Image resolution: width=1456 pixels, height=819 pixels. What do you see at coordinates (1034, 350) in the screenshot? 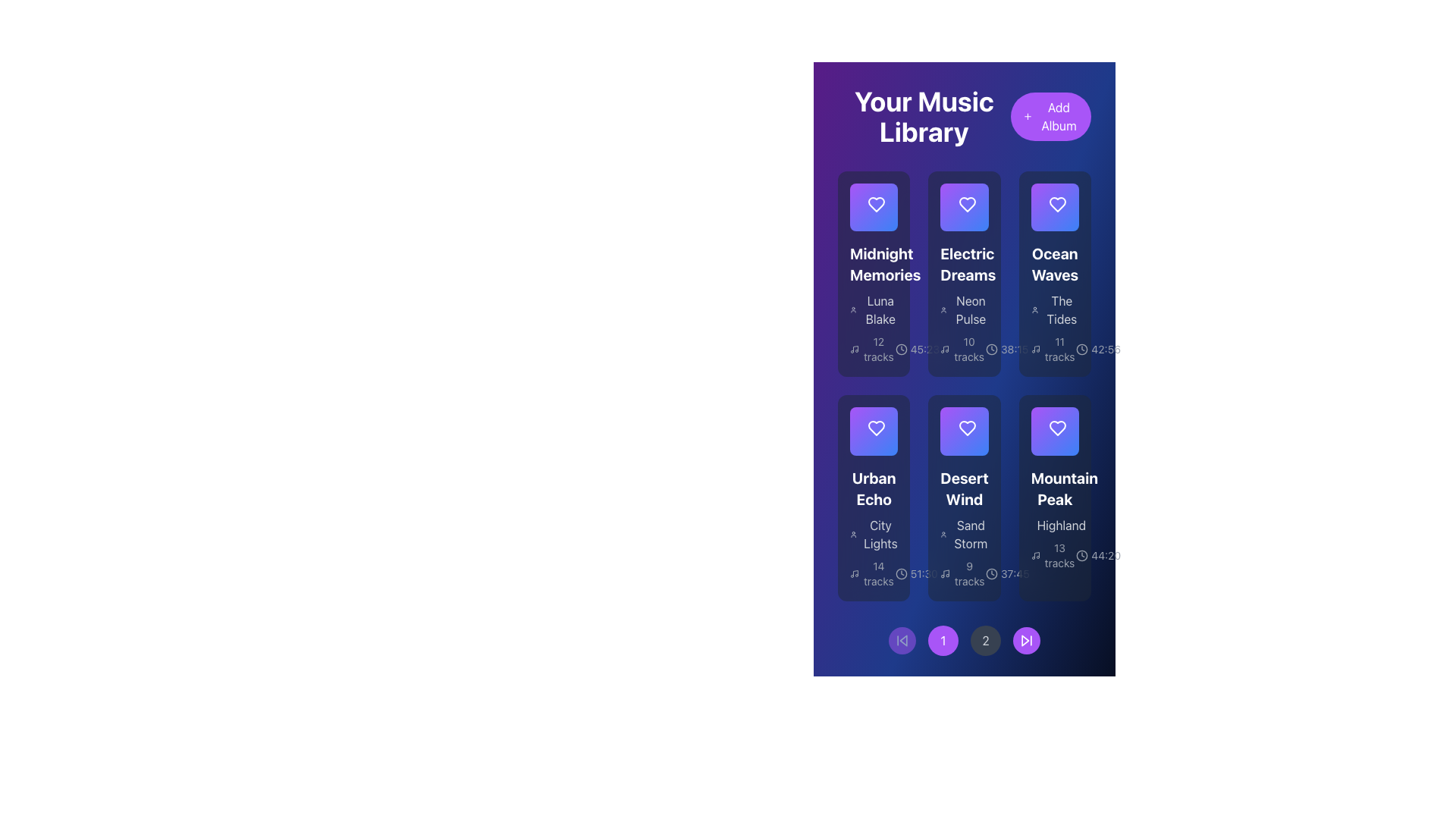
I see `the music icon adjacent to the '11 tracks' text in the 'Ocean Waves' grid card within 'Your Music Library'` at bounding box center [1034, 350].